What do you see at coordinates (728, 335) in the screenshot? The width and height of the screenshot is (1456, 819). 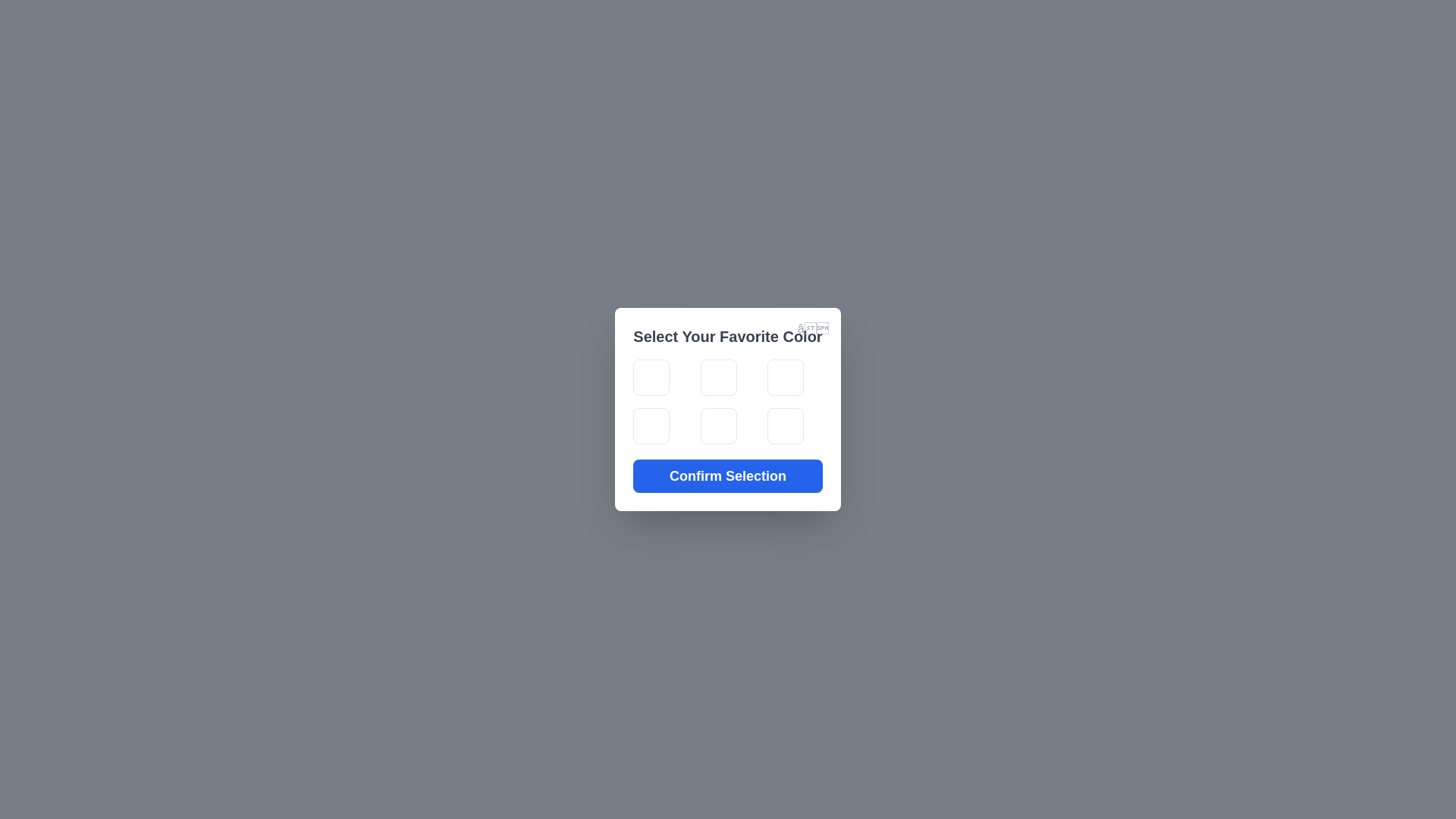 I see `the title and read the instructions displayed` at bounding box center [728, 335].